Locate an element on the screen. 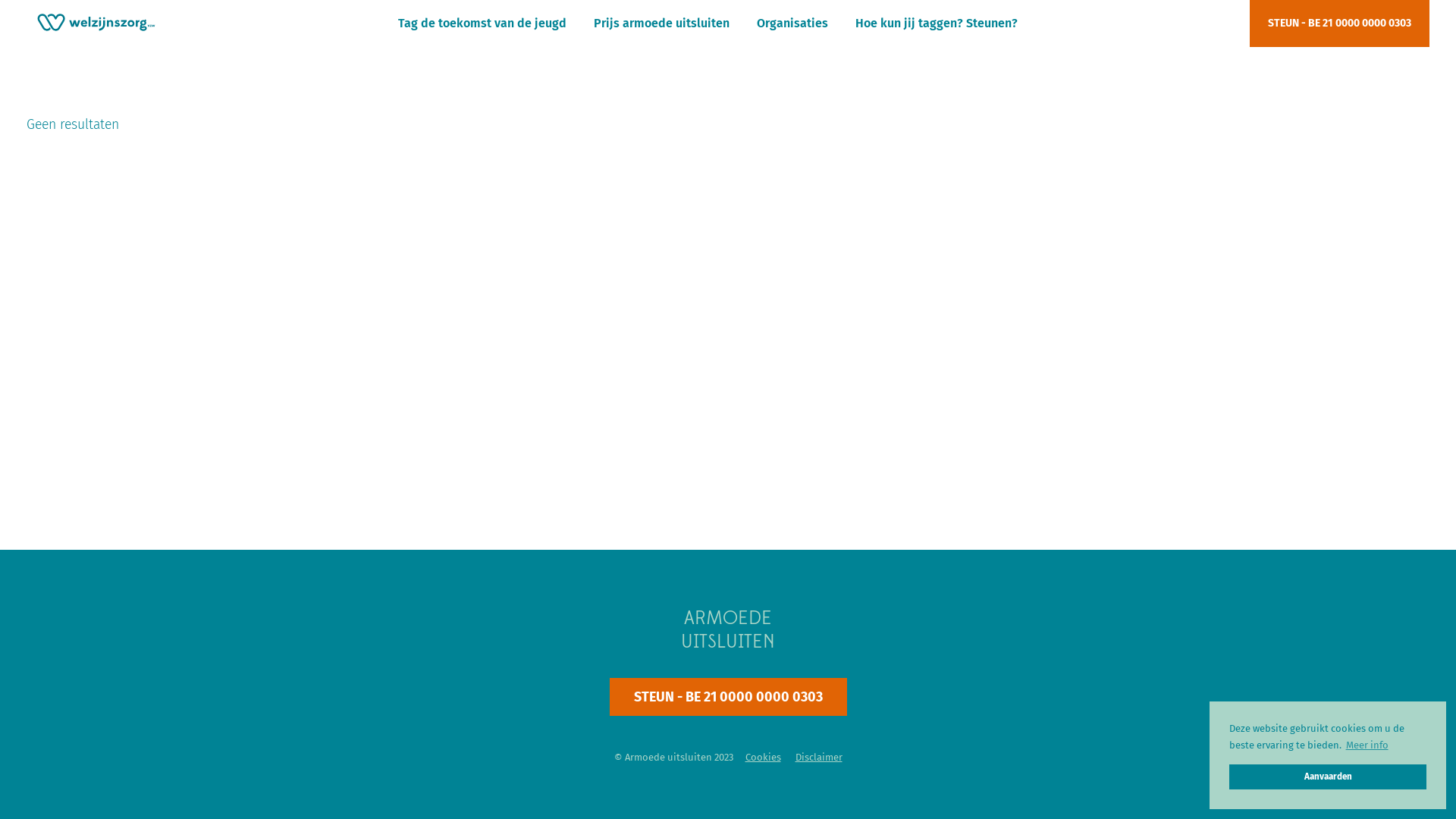 This screenshot has width=1456, height=819. 'Meer info' is located at coordinates (1367, 744).